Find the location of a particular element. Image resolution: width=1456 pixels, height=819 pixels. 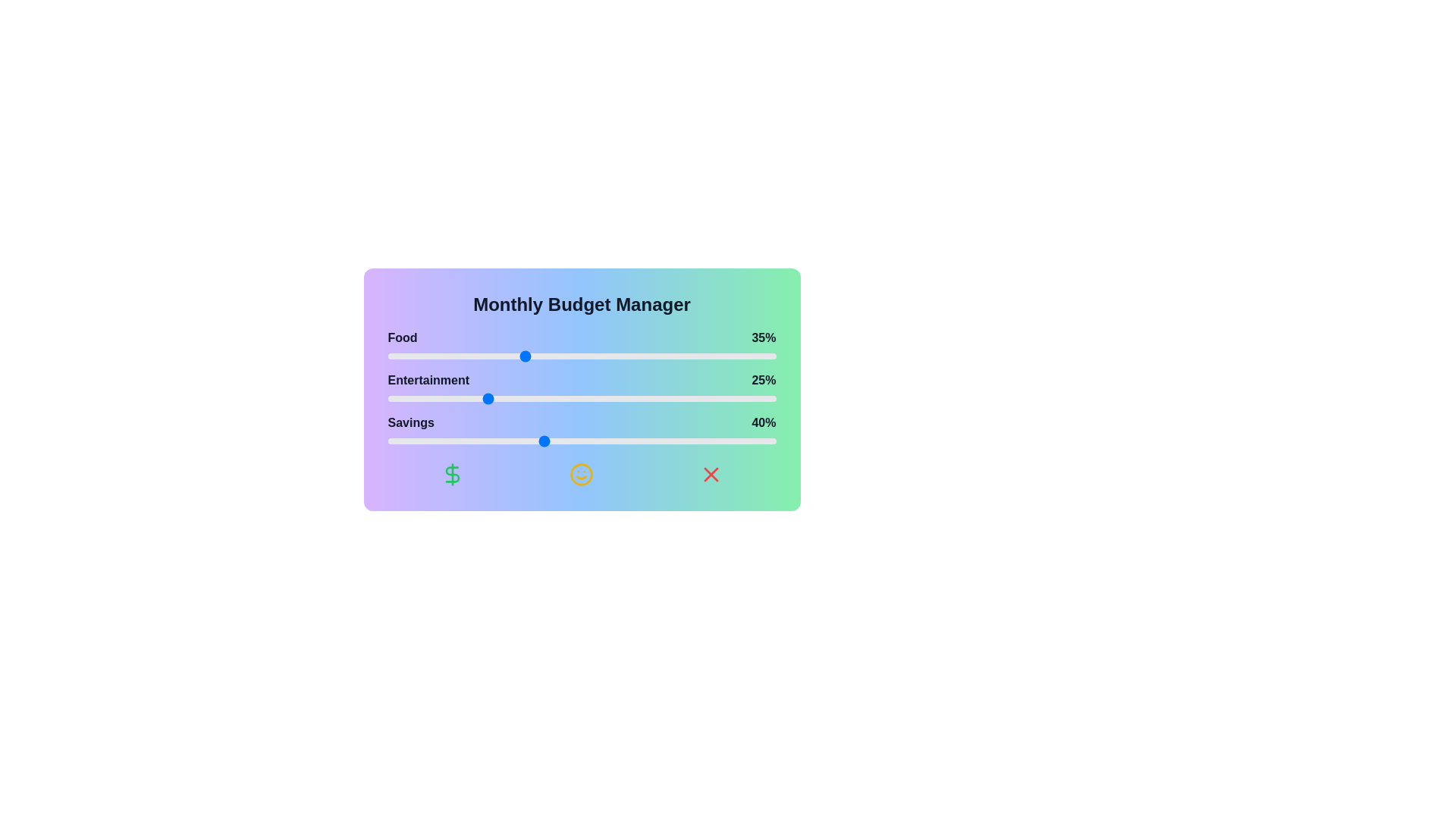

the 'Food' slider to 18% is located at coordinates (457, 356).